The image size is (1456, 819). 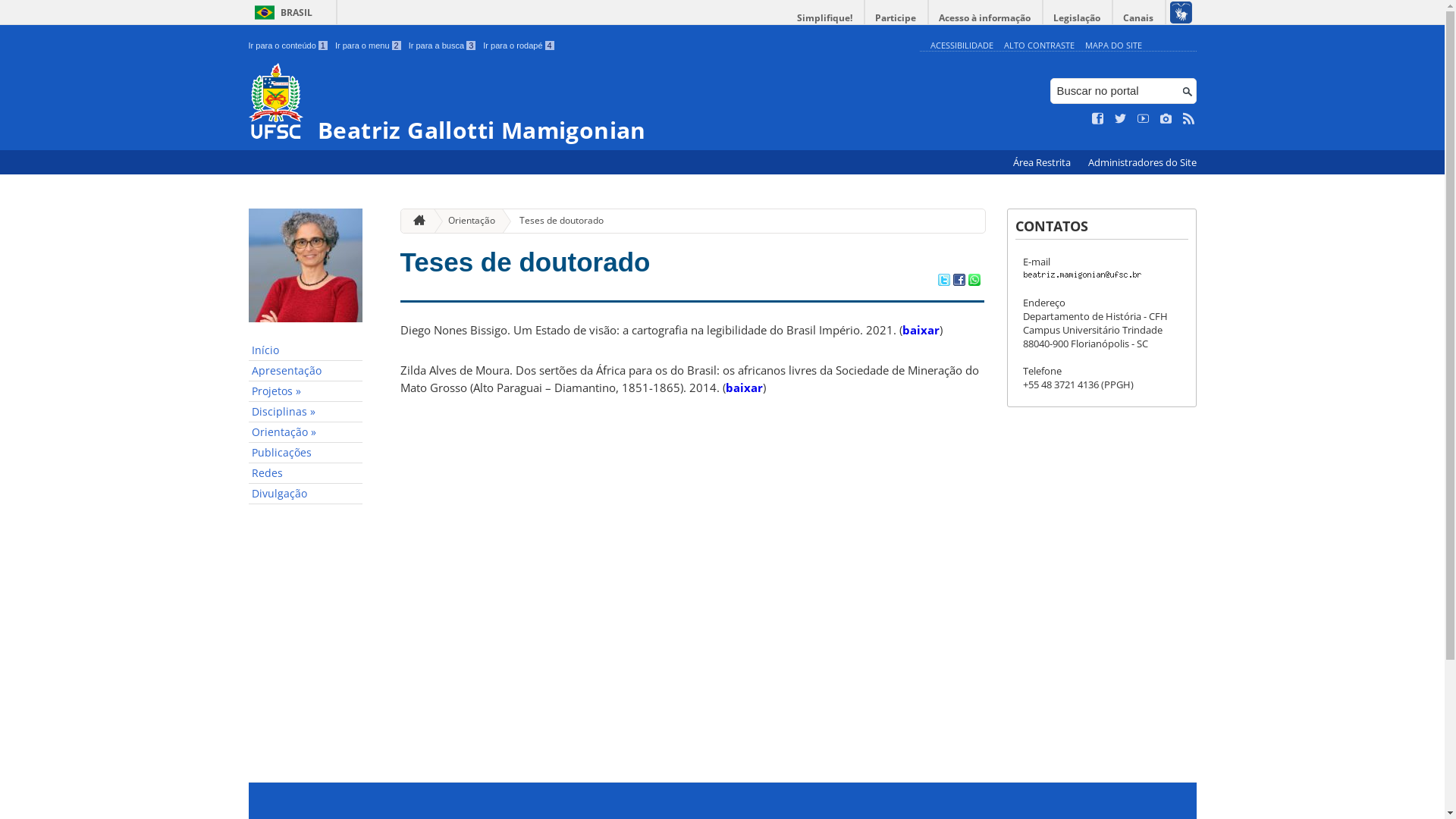 I want to click on 'Ir para o menu 2', so click(x=368, y=45).